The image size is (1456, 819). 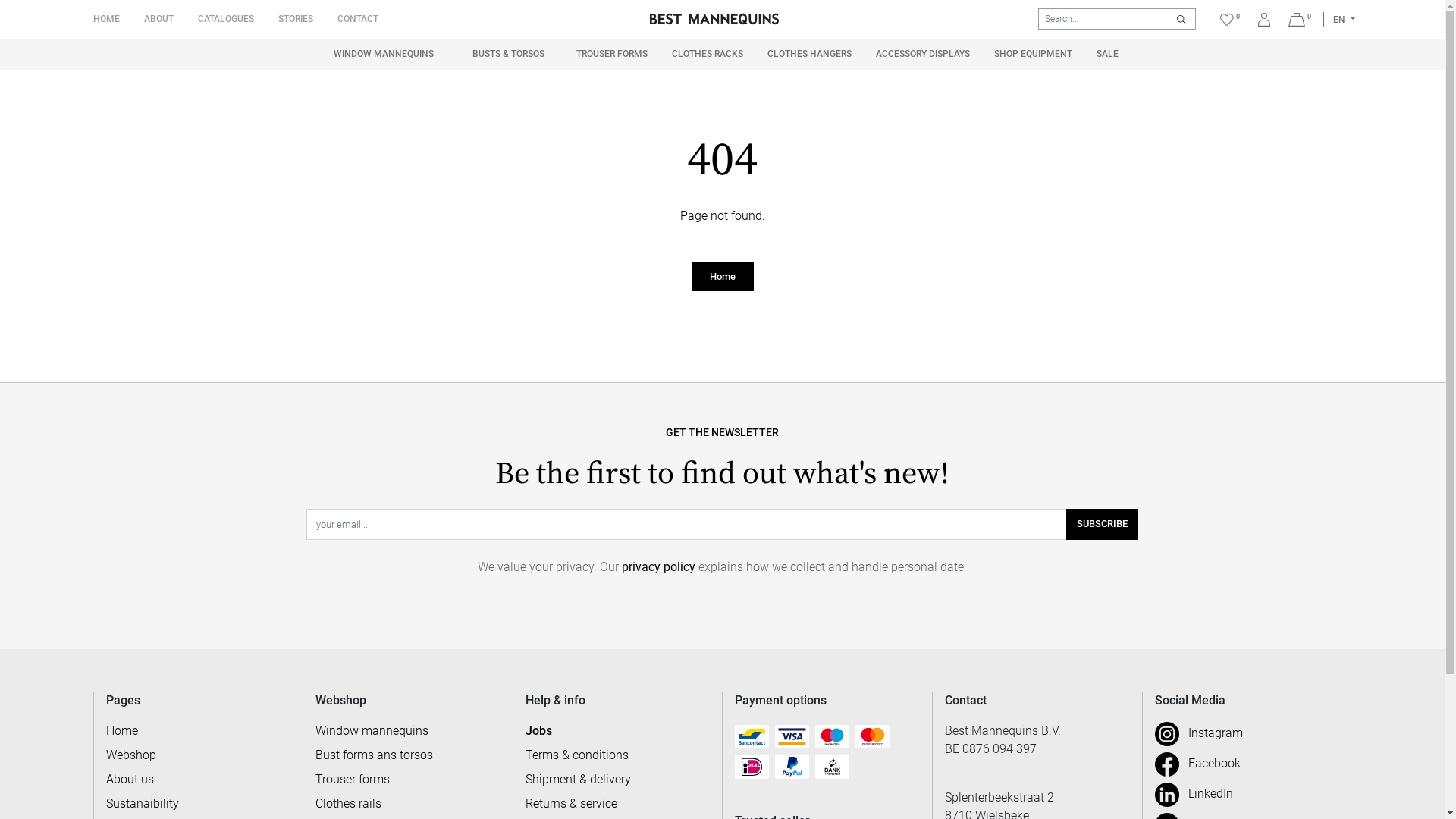 I want to click on 'Webshop', so click(x=130, y=755).